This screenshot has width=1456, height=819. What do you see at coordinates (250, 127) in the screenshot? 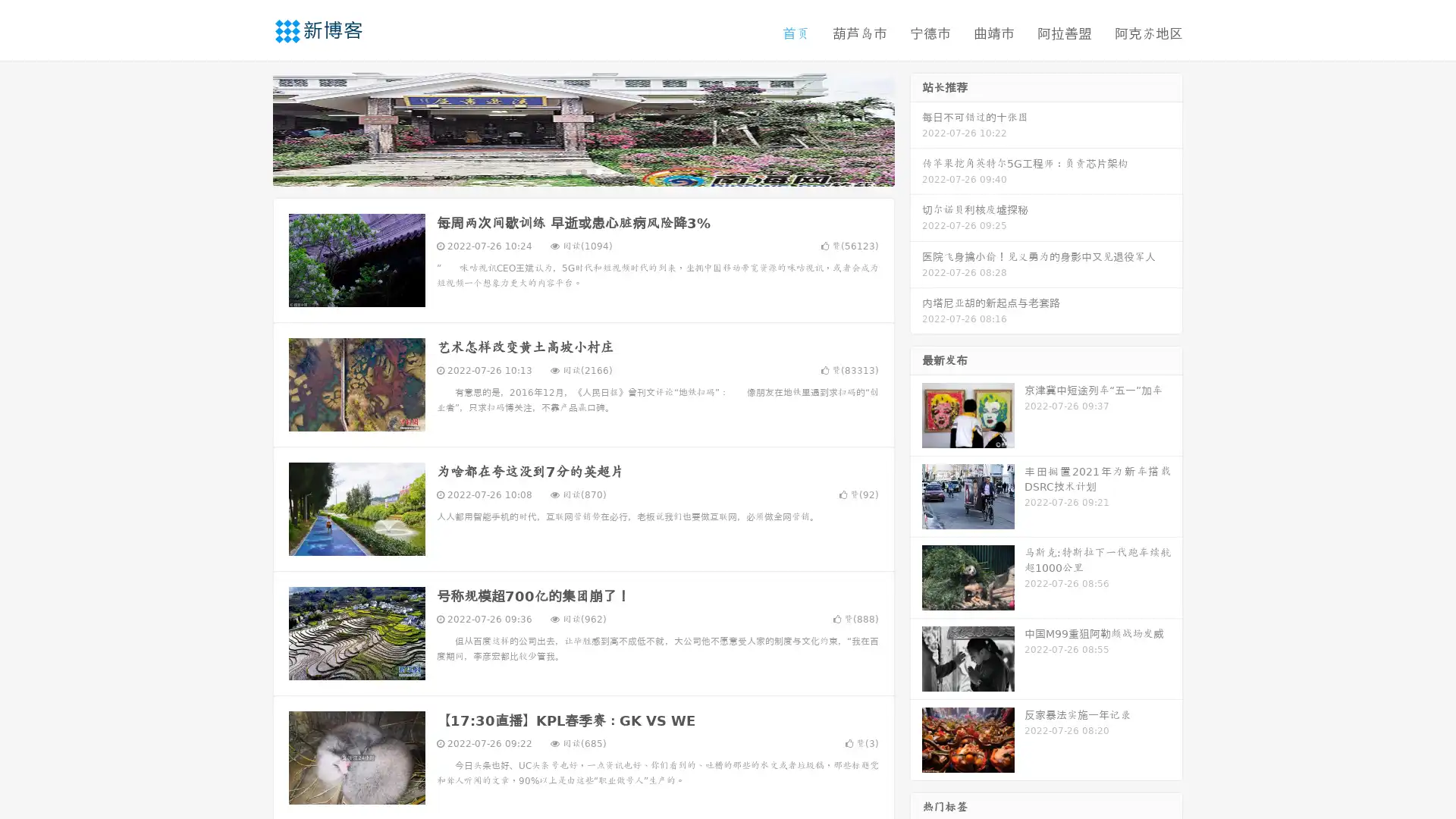
I see `Previous slide` at bounding box center [250, 127].